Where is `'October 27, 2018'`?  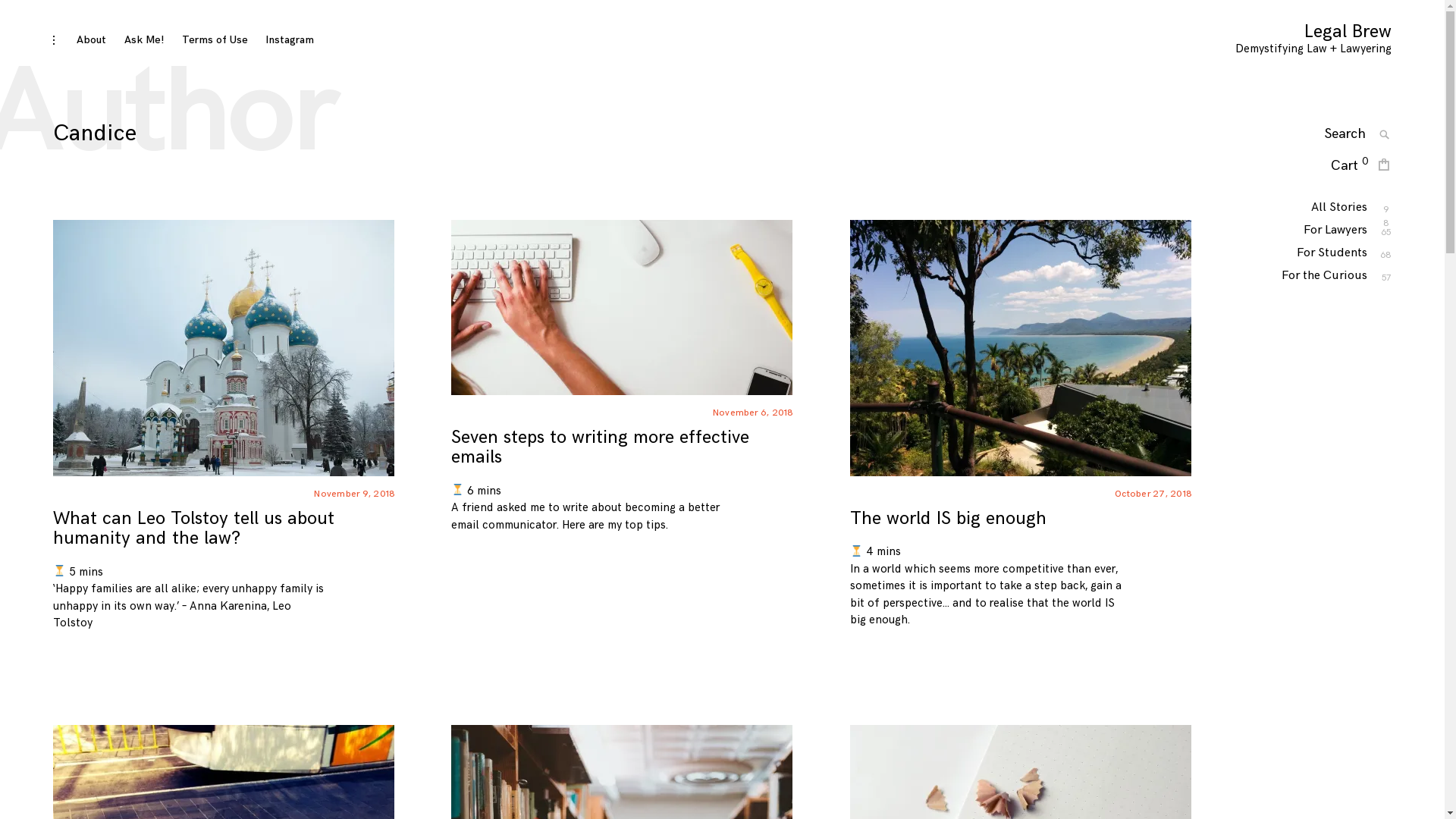 'October 27, 2018' is located at coordinates (1153, 494).